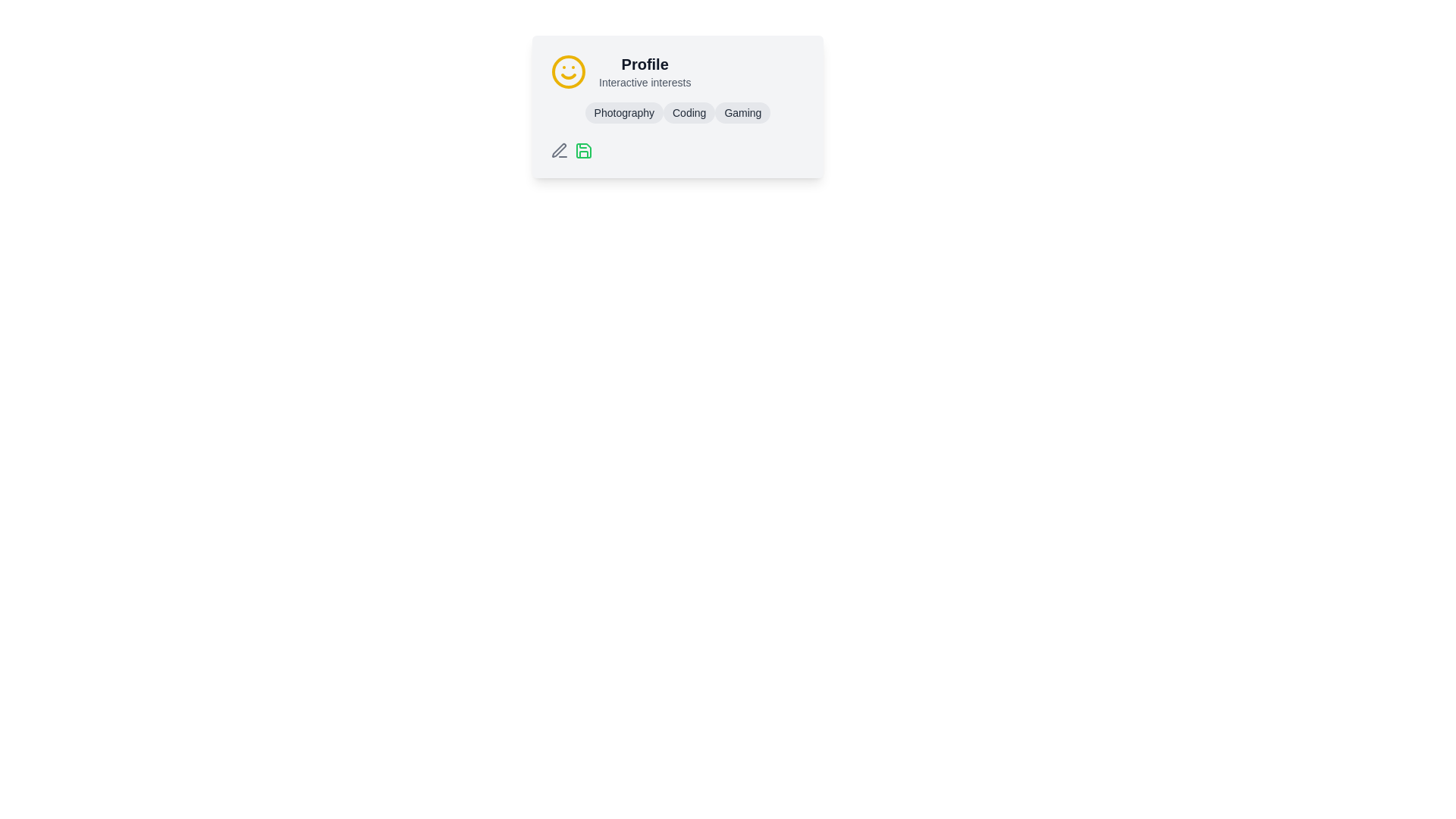  Describe the element at coordinates (624, 112) in the screenshot. I see `the first tag in the horizontal list of interests, labeled 'Photography', located below the 'Interactive interests' section of the profile card` at that location.